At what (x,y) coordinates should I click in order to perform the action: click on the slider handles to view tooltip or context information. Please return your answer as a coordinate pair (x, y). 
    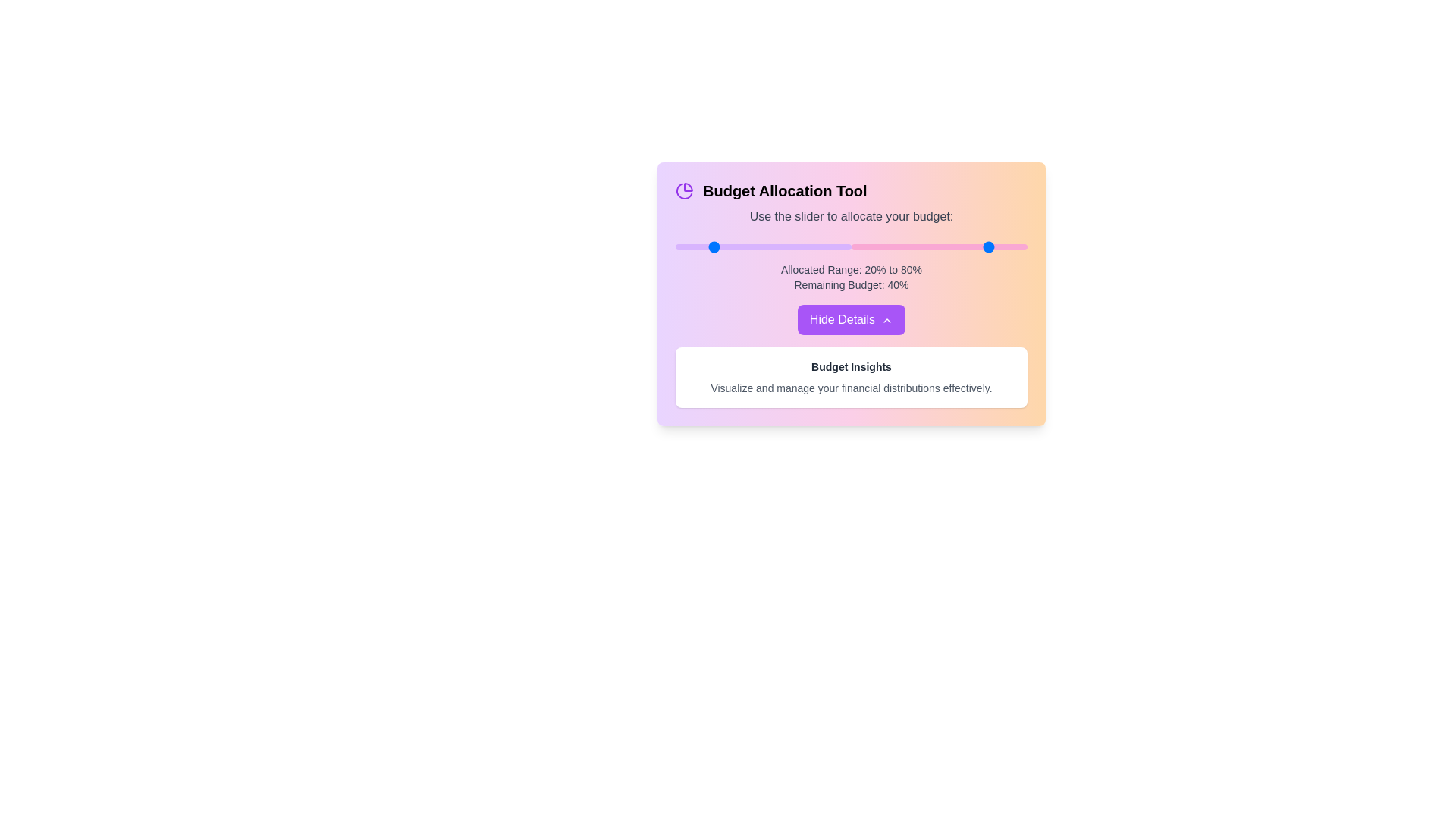
    Looking at the image, I should click on (764, 246).